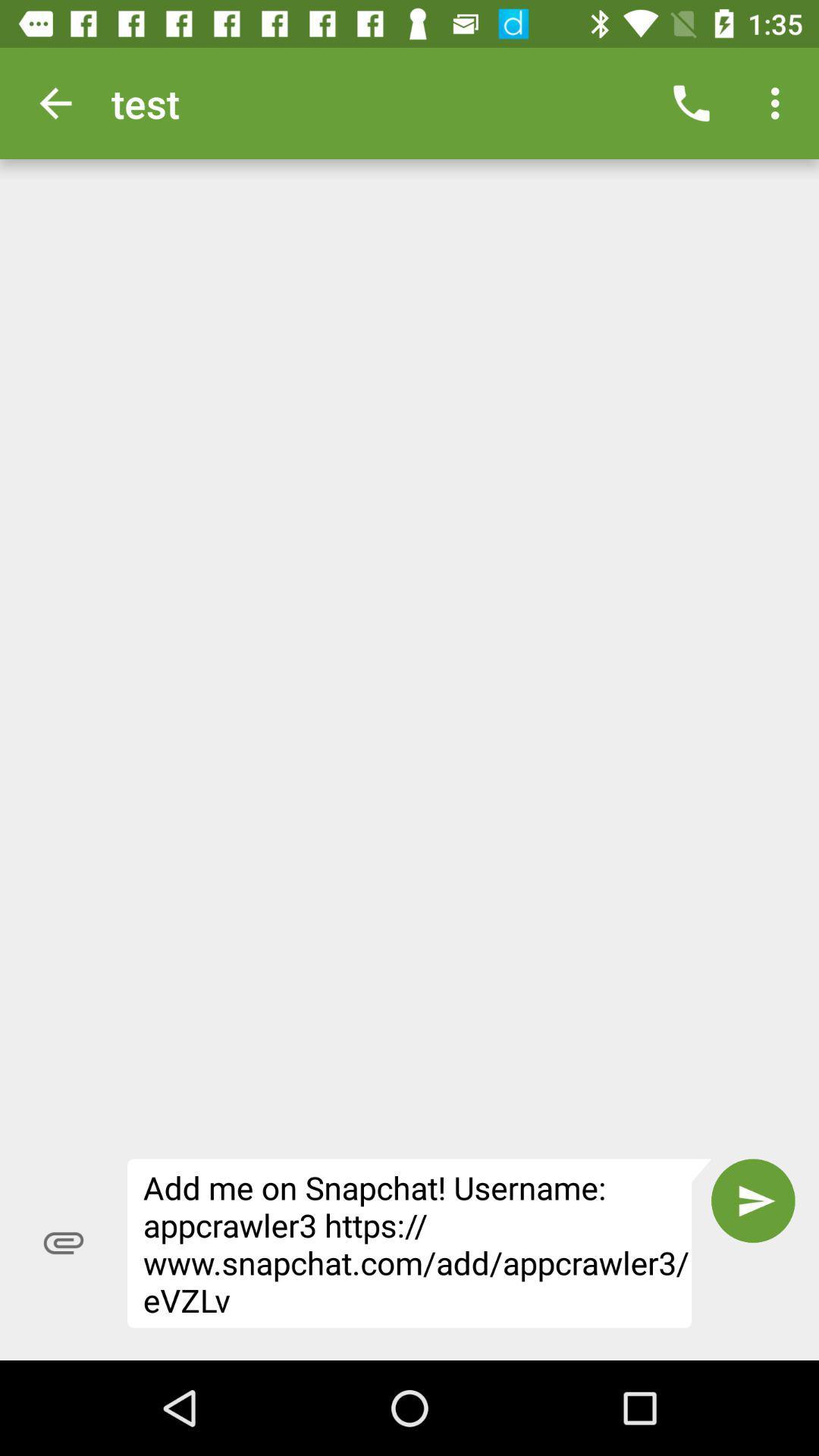 The height and width of the screenshot is (1456, 819). Describe the element at coordinates (63, 1243) in the screenshot. I see `the item at the bottom left corner` at that location.